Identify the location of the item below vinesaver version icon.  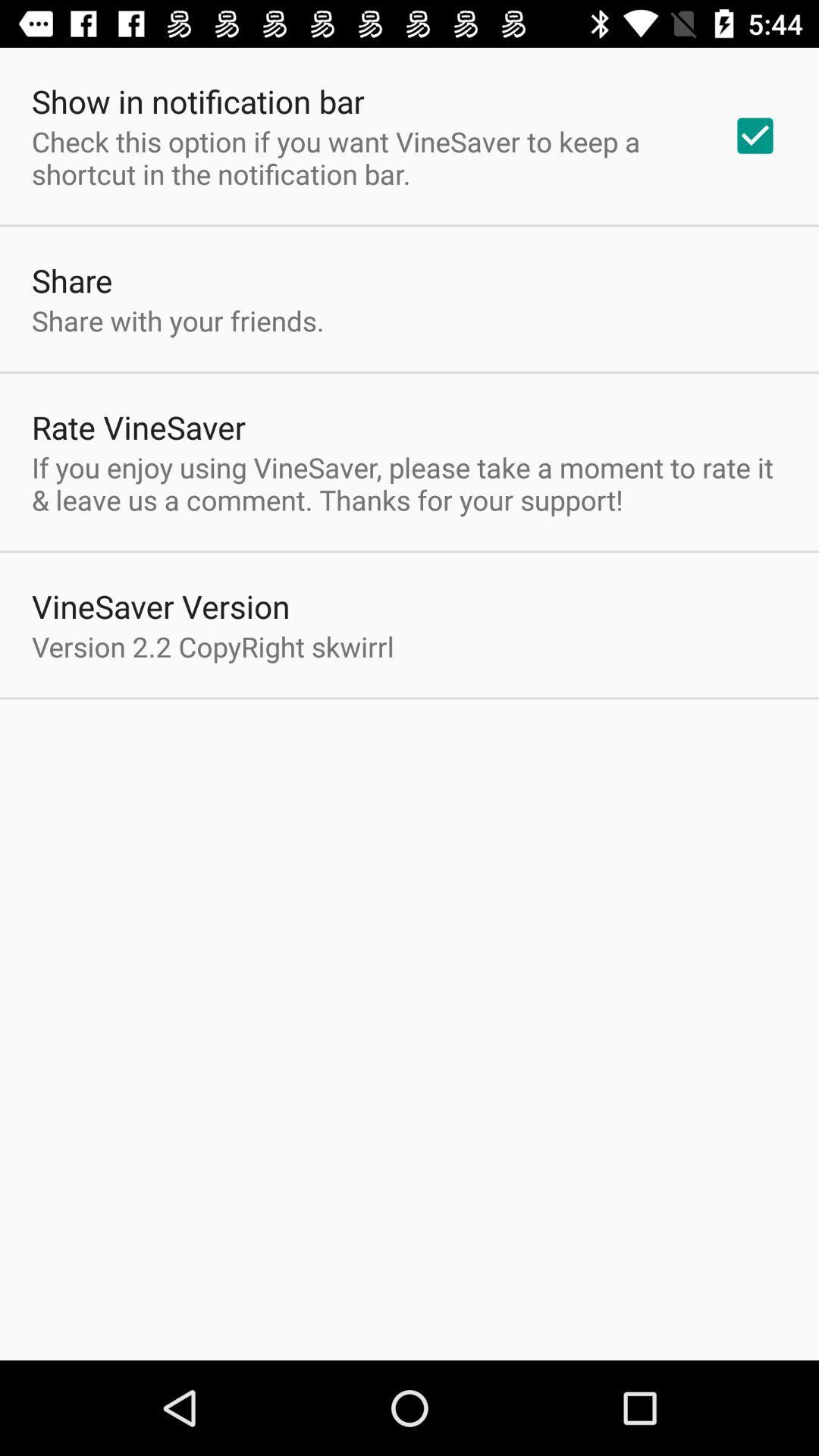
(212, 646).